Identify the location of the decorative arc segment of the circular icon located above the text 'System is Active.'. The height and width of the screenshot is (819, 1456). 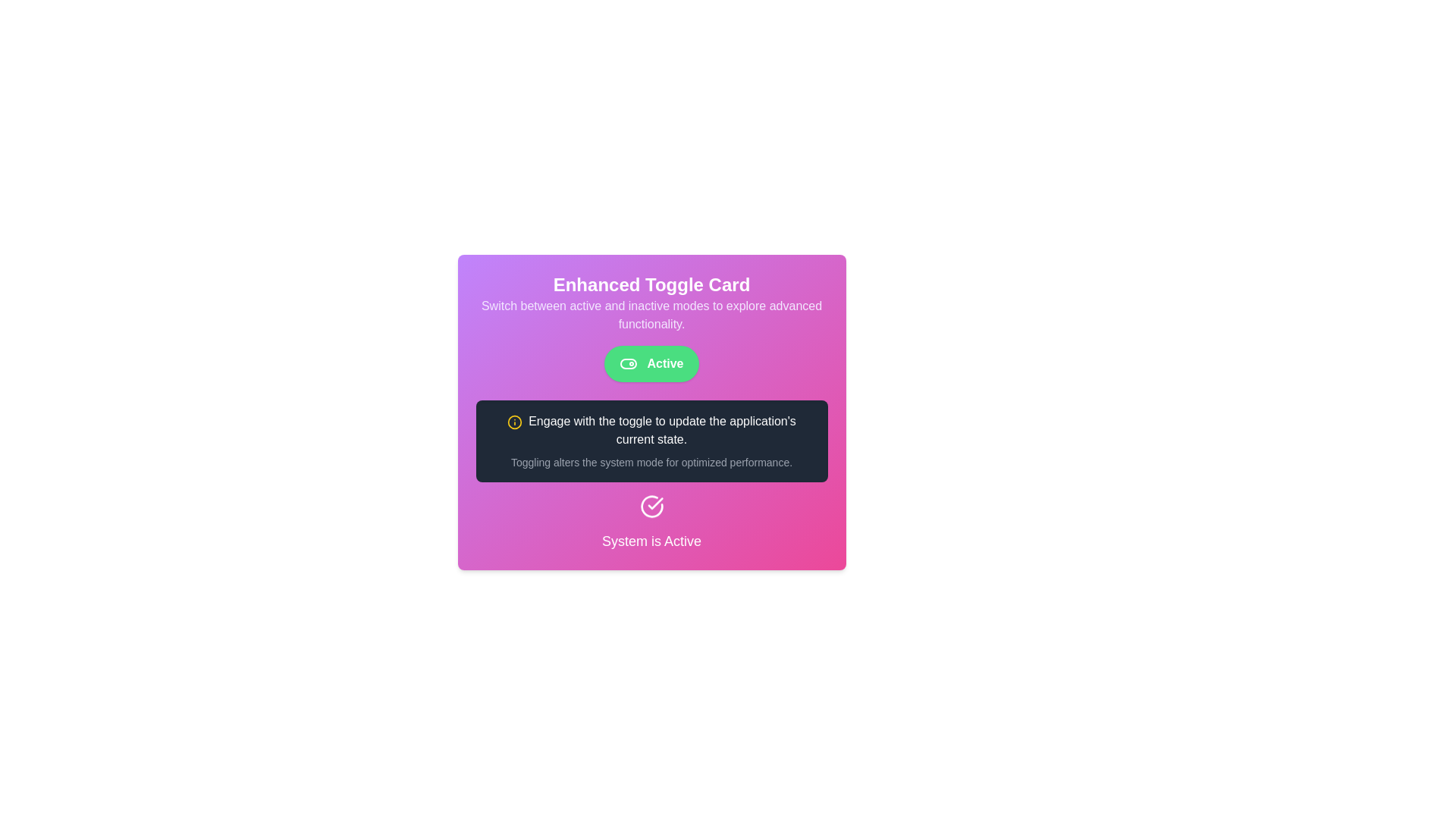
(651, 510).